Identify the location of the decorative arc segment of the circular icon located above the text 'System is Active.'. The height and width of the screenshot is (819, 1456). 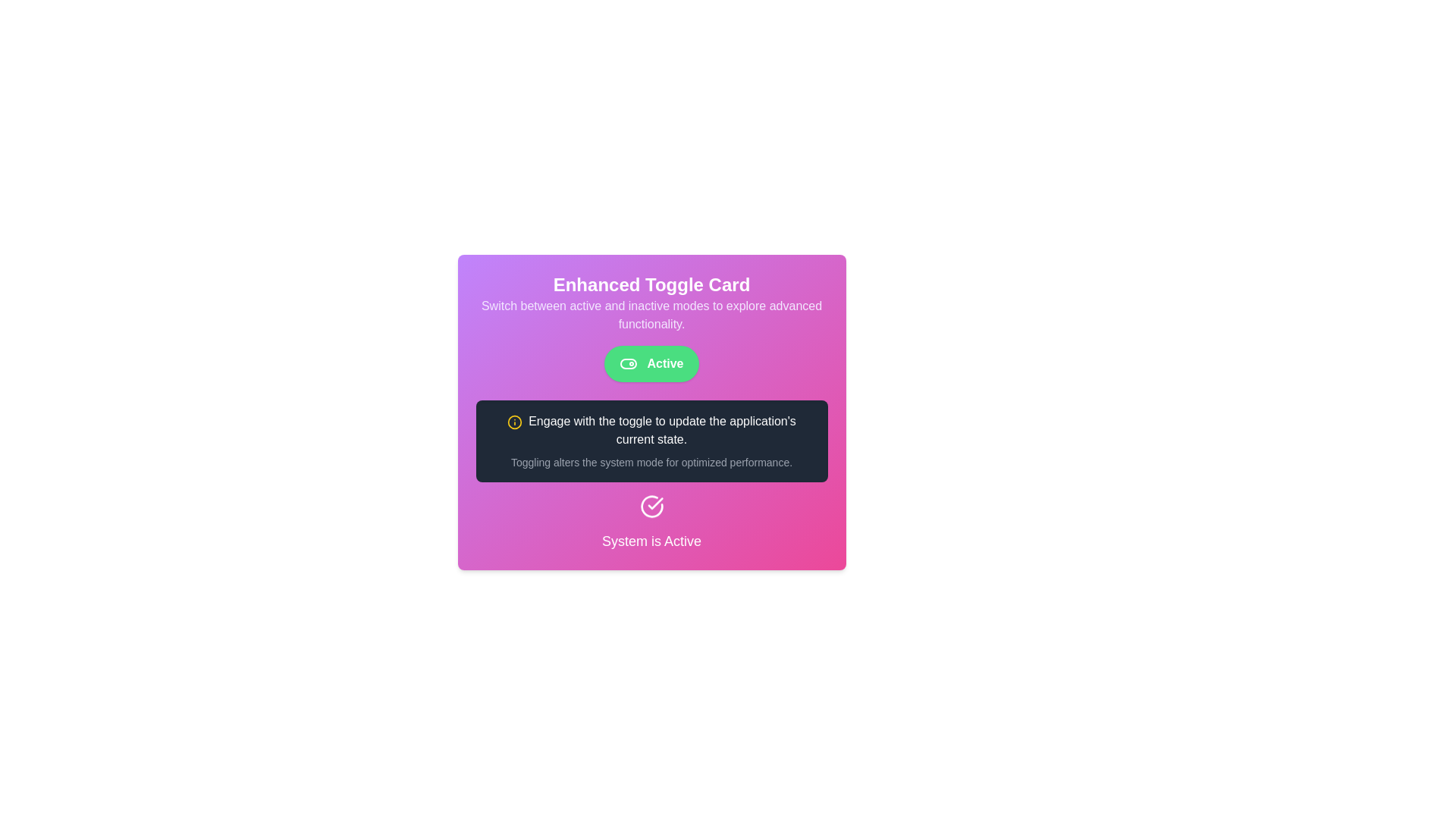
(651, 510).